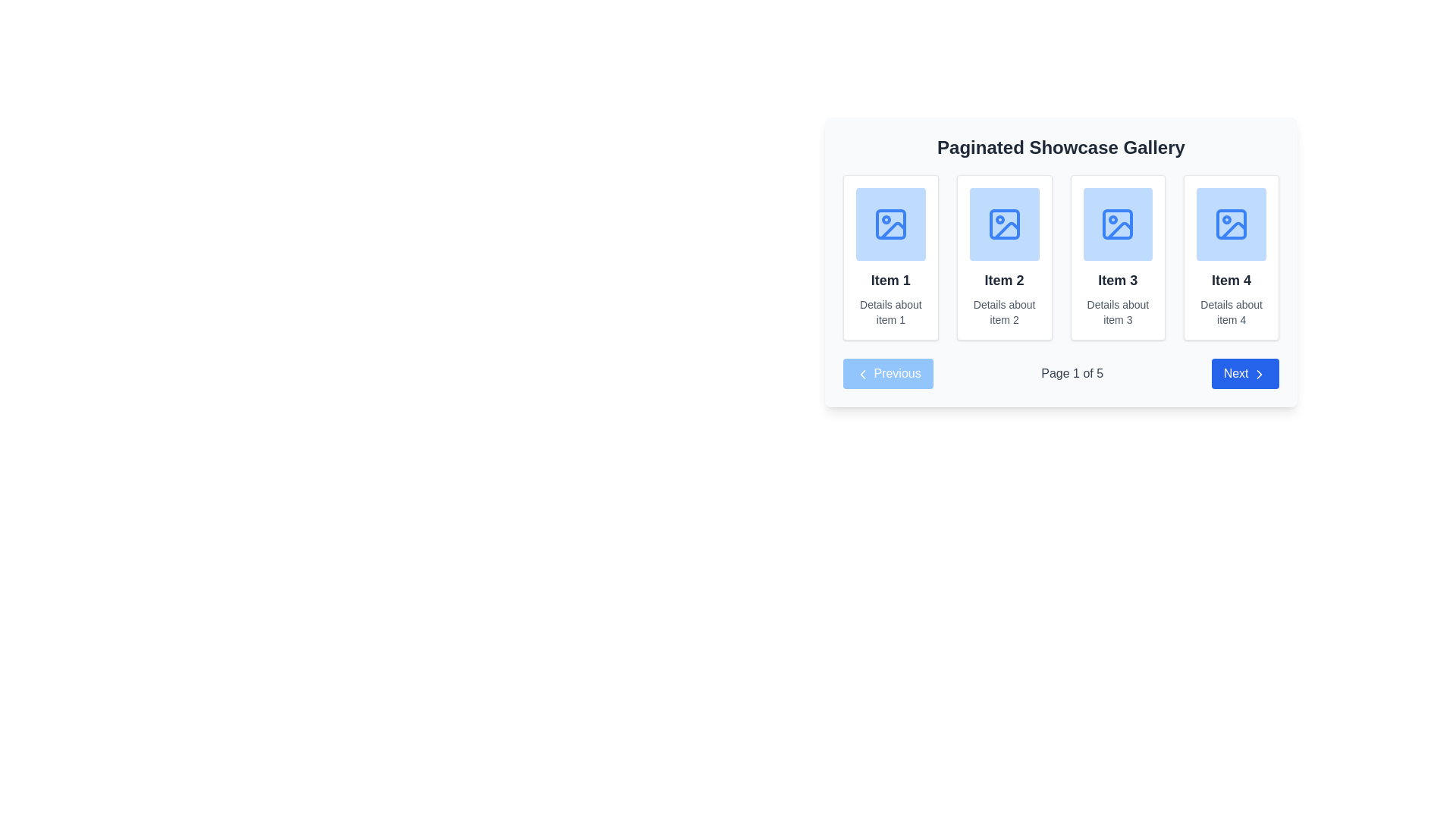  Describe the element at coordinates (890, 224) in the screenshot. I see `the small rounded rectangle with a light background, which is centrally placed within the image icon representing an image placeholder, located in the first card labeled 'Item 1'` at that location.